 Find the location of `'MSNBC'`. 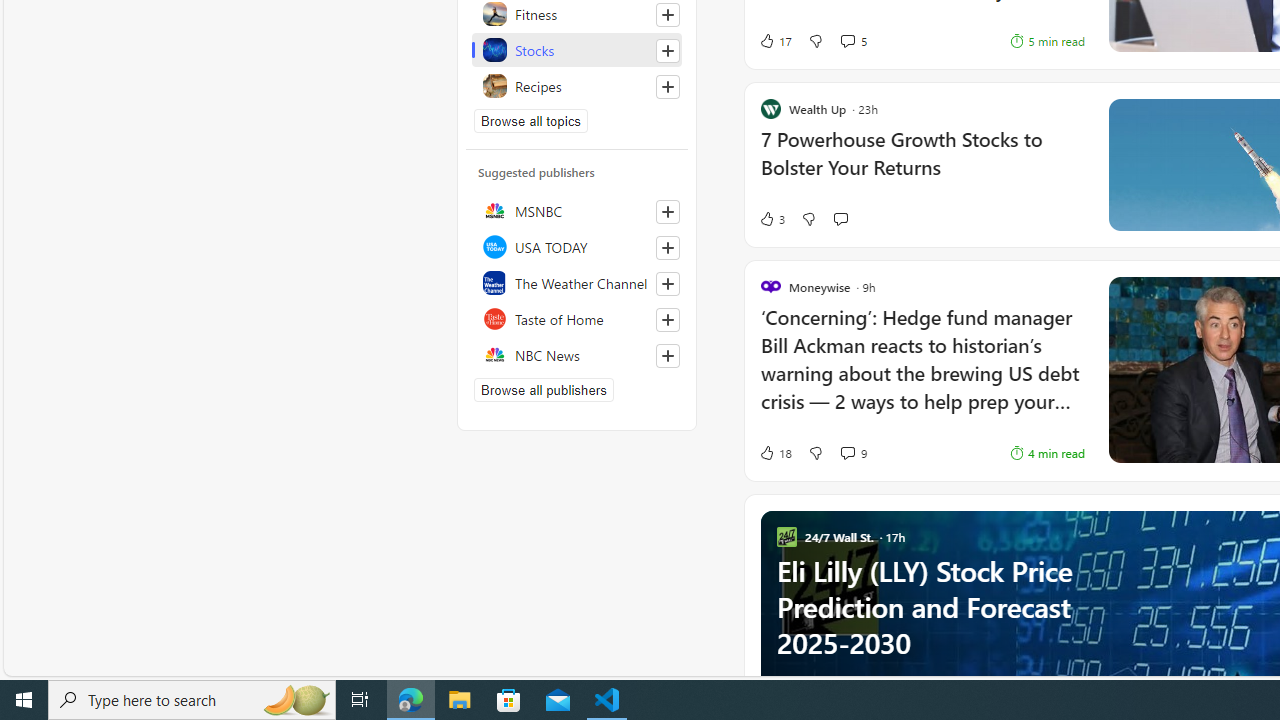

'MSNBC' is located at coordinates (576, 210).